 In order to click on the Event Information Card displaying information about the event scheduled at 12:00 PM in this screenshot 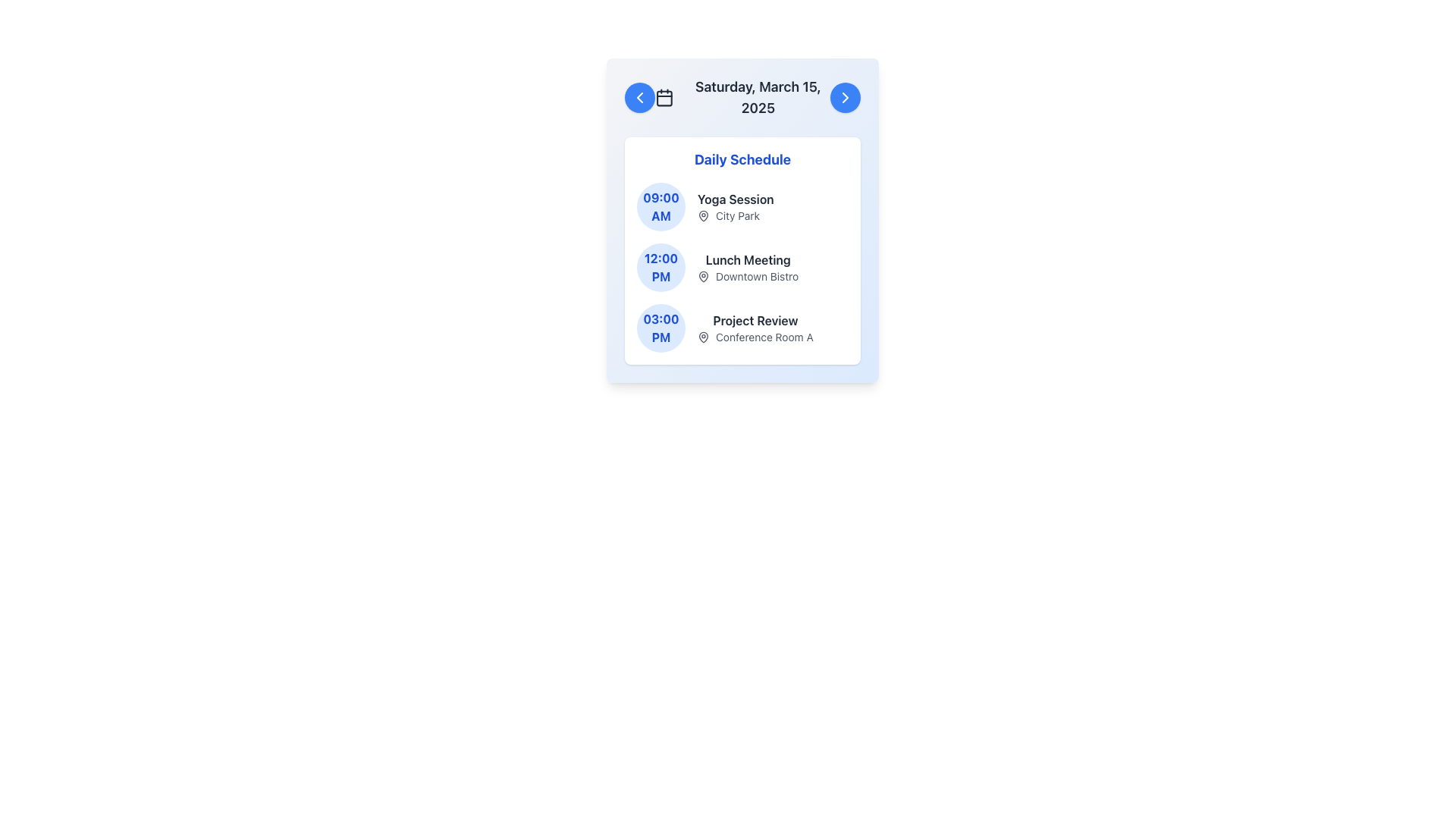, I will do `click(742, 267)`.